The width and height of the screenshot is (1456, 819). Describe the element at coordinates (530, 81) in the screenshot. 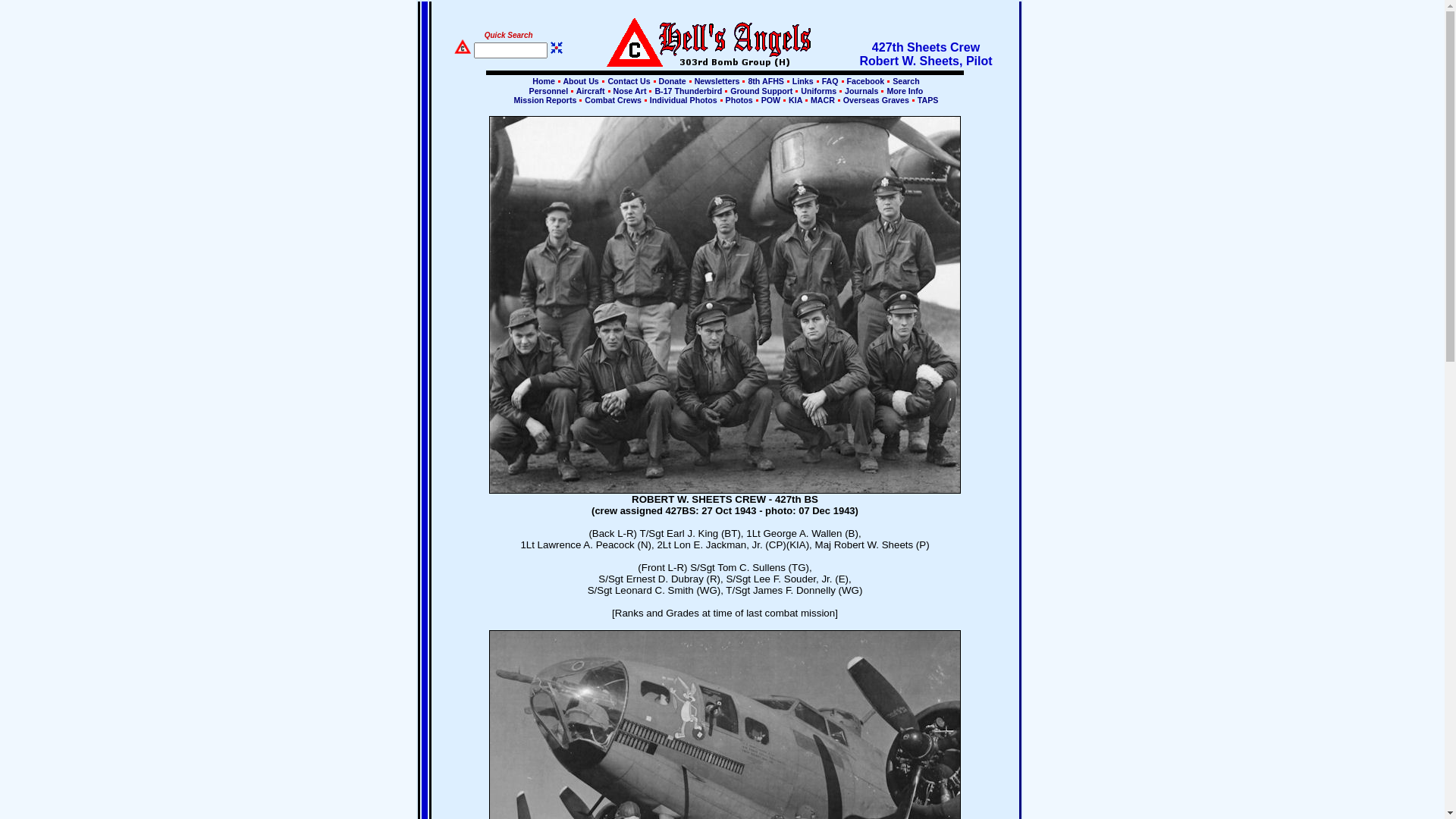

I see `' Home'` at that location.